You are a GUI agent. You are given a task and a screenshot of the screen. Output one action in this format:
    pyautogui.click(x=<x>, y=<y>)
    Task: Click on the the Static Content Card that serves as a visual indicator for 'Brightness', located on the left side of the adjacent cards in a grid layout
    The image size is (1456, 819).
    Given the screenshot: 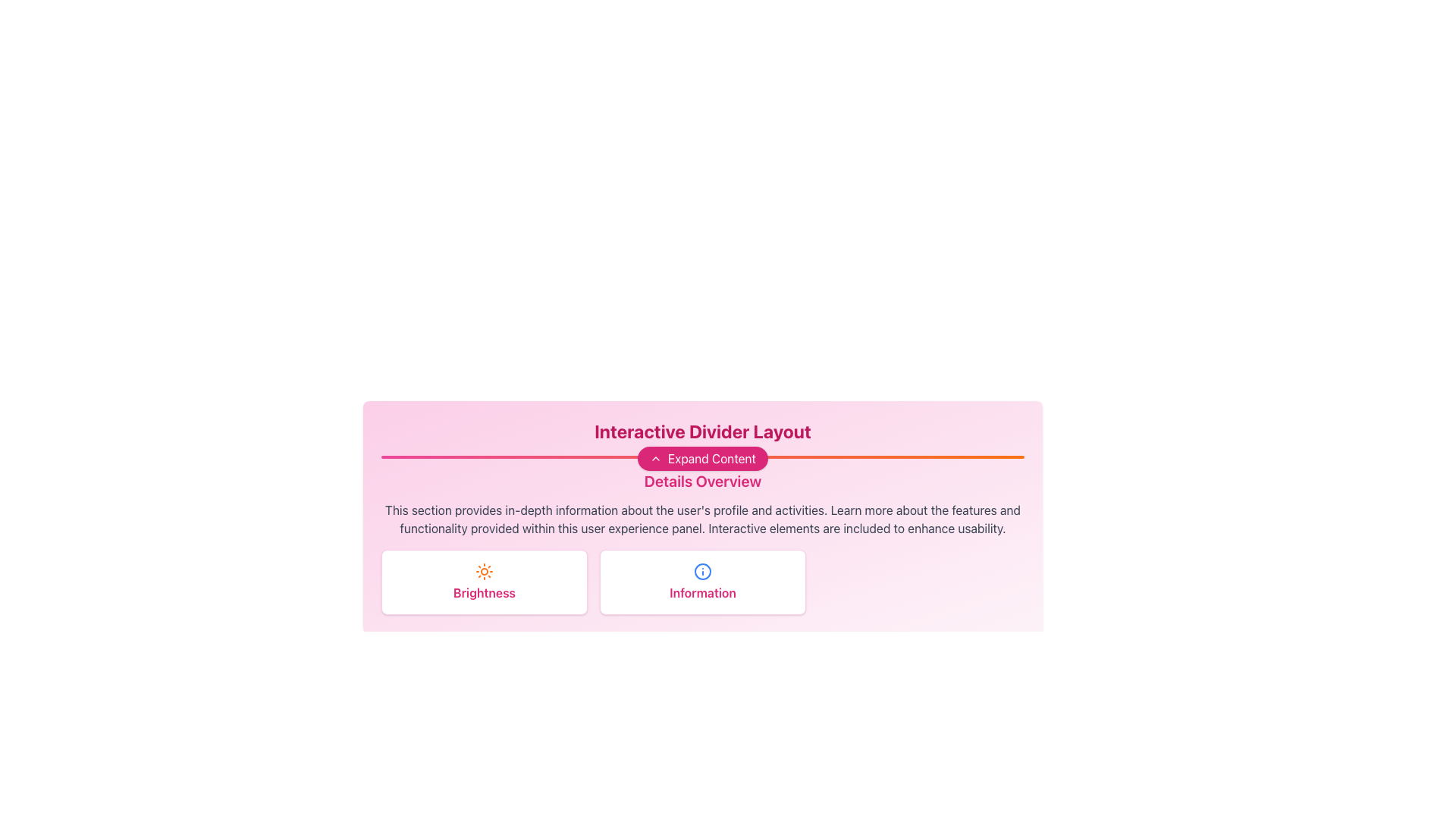 What is the action you would take?
    pyautogui.click(x=483, y=581)
    